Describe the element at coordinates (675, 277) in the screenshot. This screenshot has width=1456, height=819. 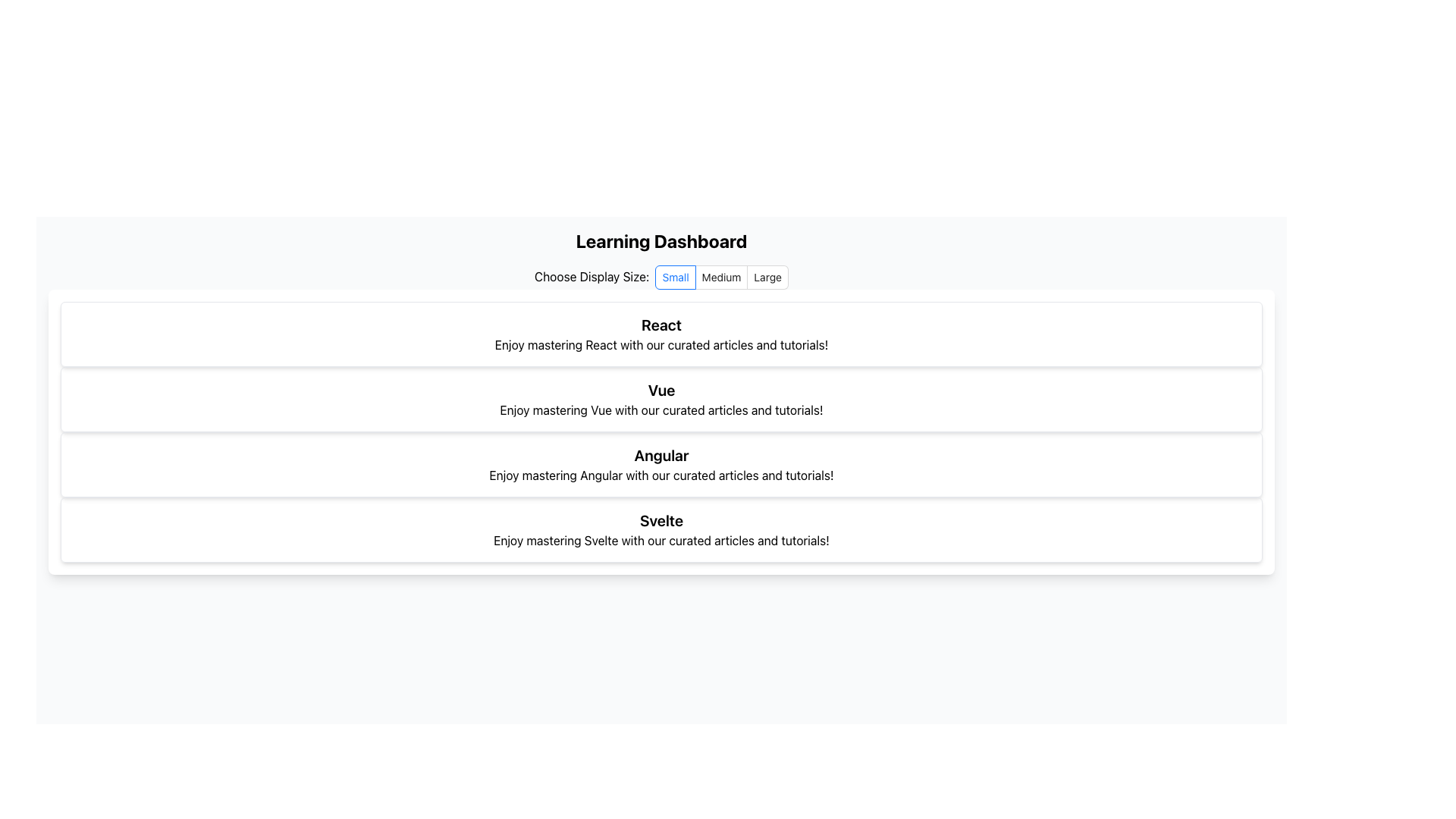
I see `the 'Small' display size label` at that location.